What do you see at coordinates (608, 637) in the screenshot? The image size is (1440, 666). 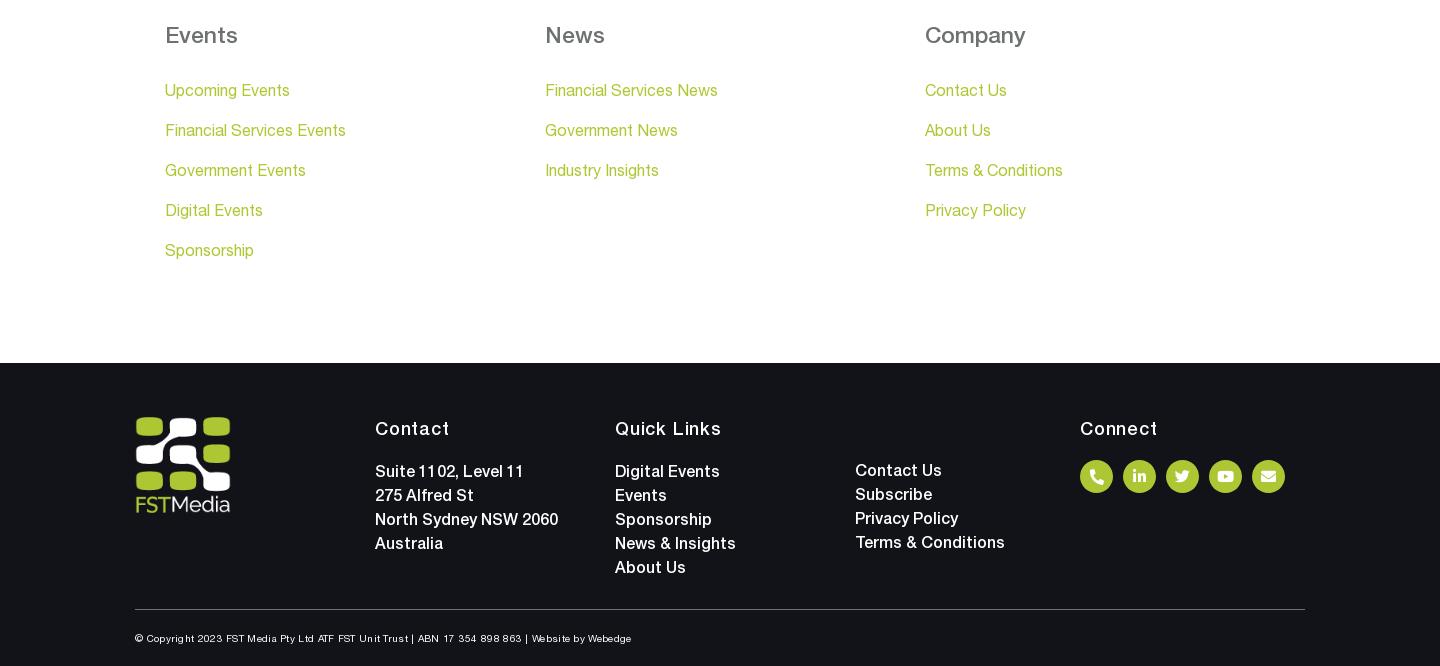 I see `'Webedge'` at bounding box center [608, 637].